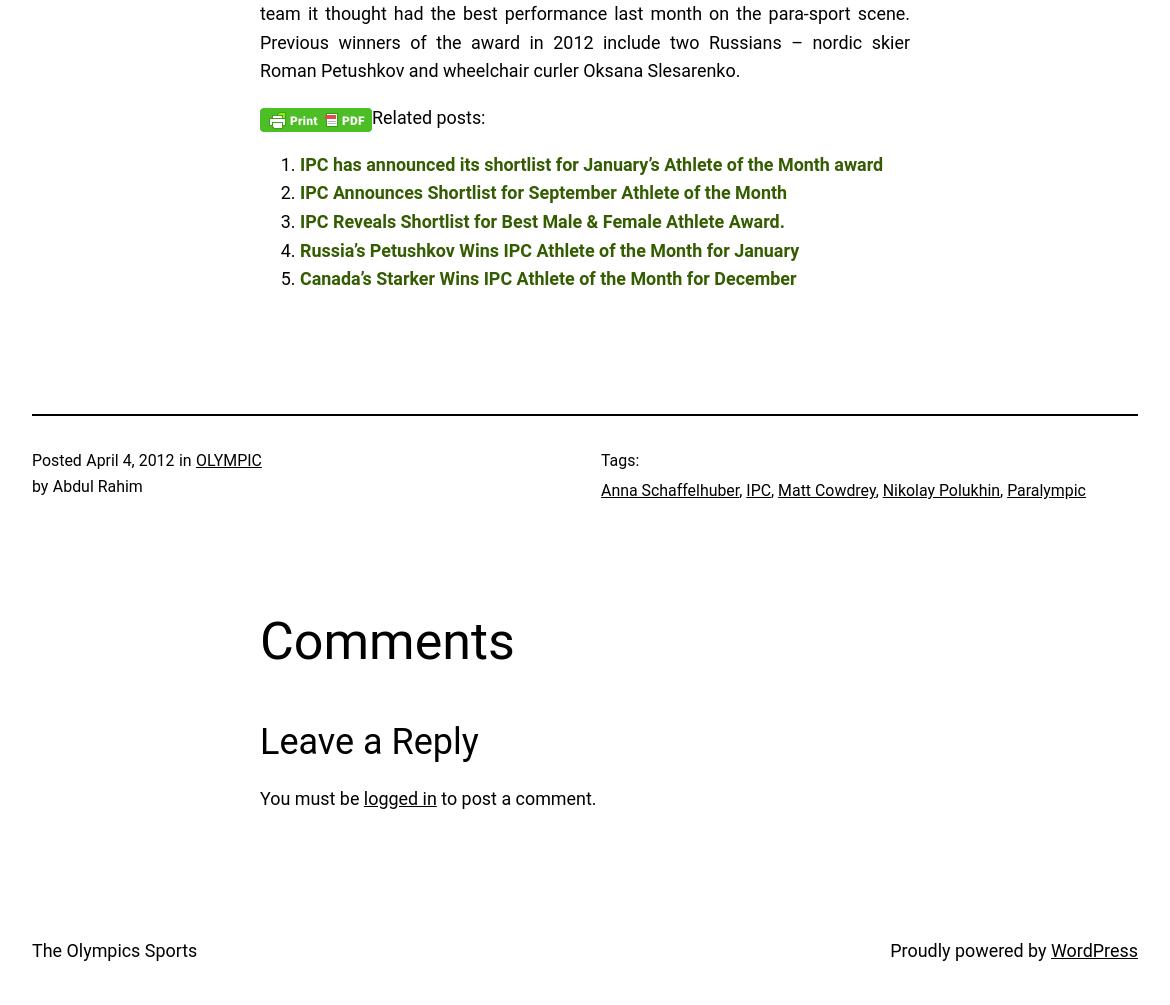 The width and height of the screenshot is (1170, 1005). I want to click on 'Comments', so click(386, 640).